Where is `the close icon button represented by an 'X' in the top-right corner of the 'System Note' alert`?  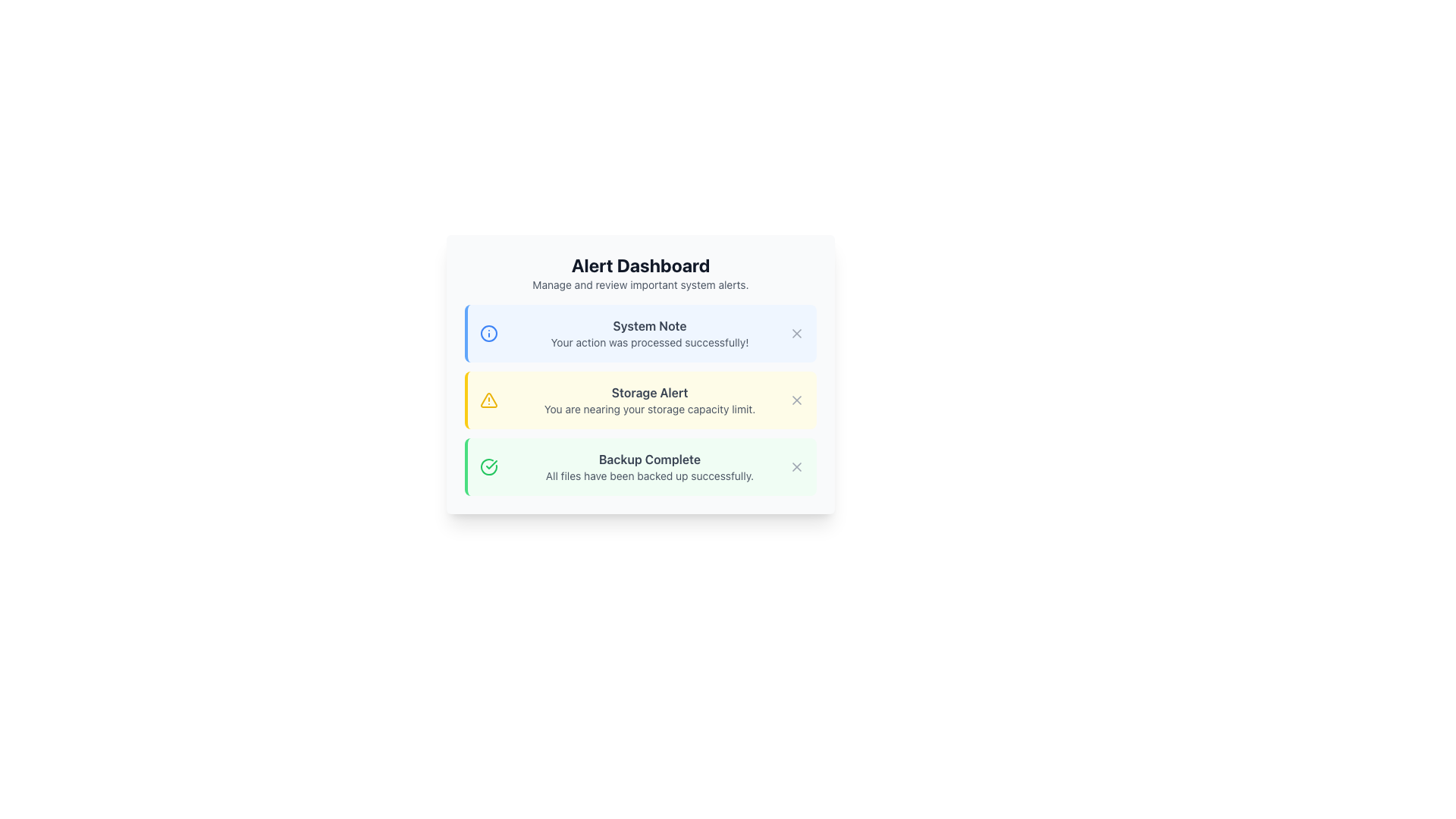 the close icon button represented by an 'X' in the top-right corner of the 'System Note' alert is located at coordinates (796, 332).